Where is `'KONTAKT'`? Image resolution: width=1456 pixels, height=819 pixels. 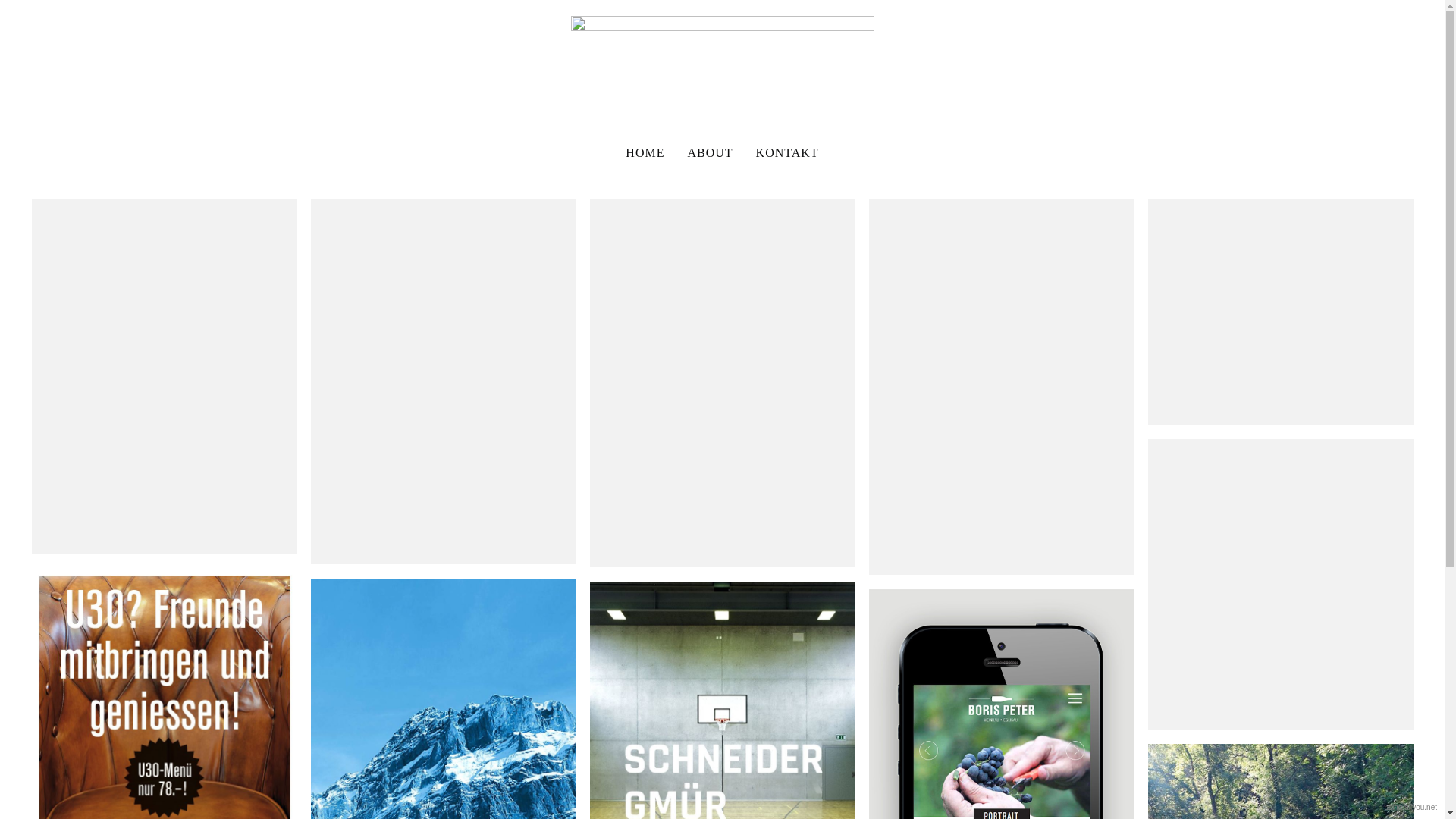
'KONTAKT' is located at coordinates (787, 152).